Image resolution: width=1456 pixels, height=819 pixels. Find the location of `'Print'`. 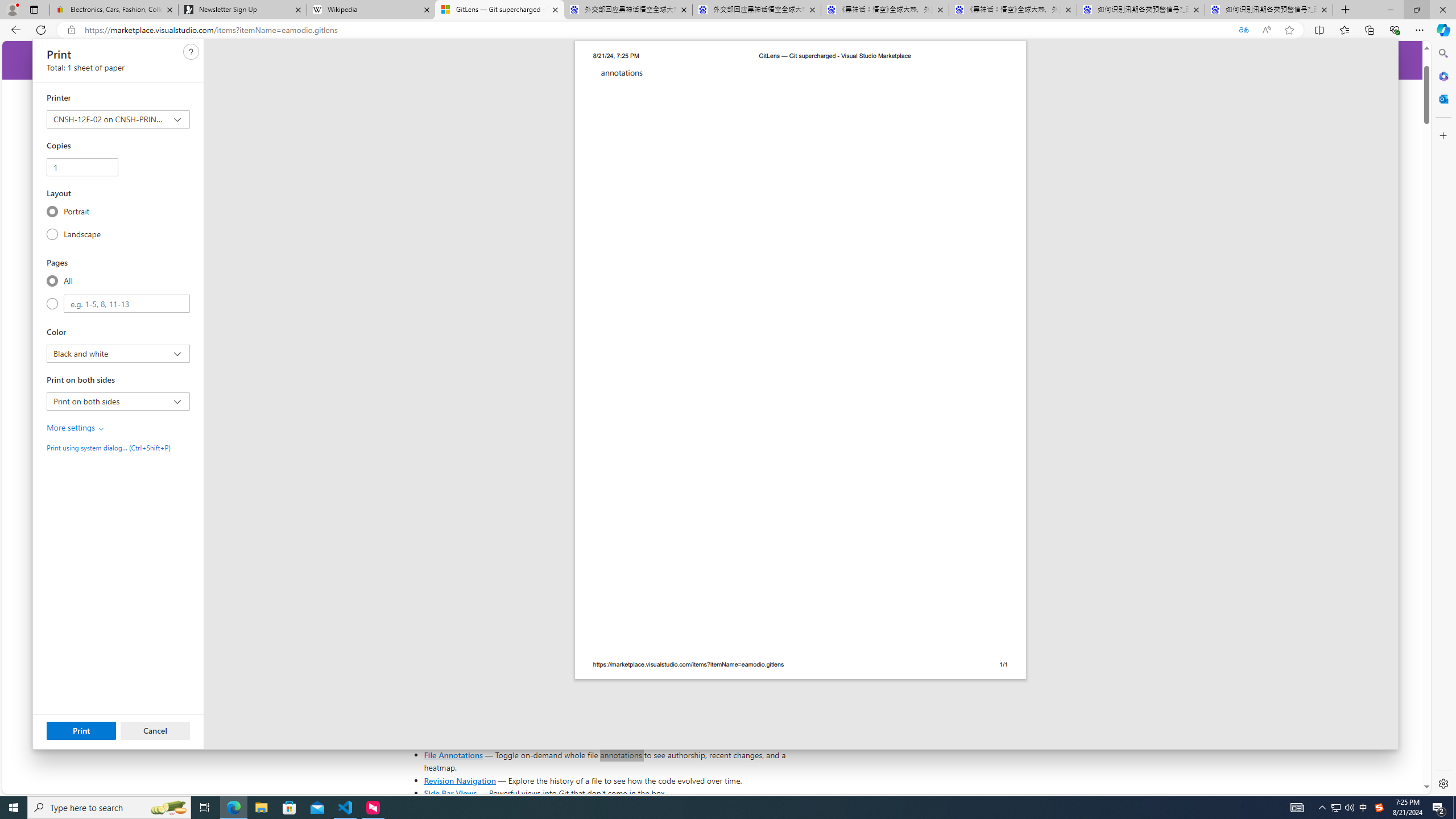

'Print' is located at coordinates (81, 730).